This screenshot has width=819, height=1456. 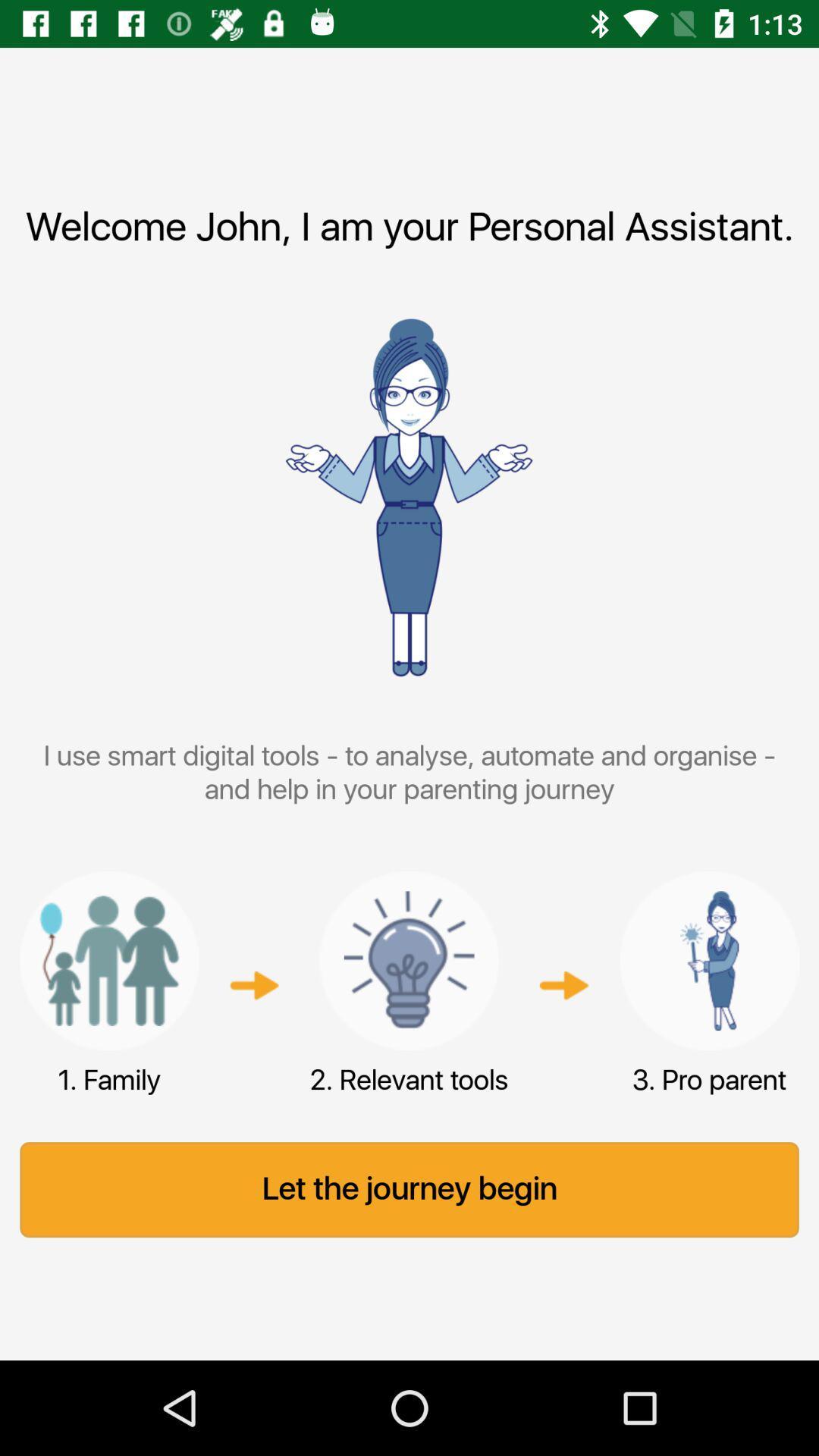 What do you see at coordinates (409, 1189) in the screenshot?
I see `the let the journey` at bounding box center [409, 1189].